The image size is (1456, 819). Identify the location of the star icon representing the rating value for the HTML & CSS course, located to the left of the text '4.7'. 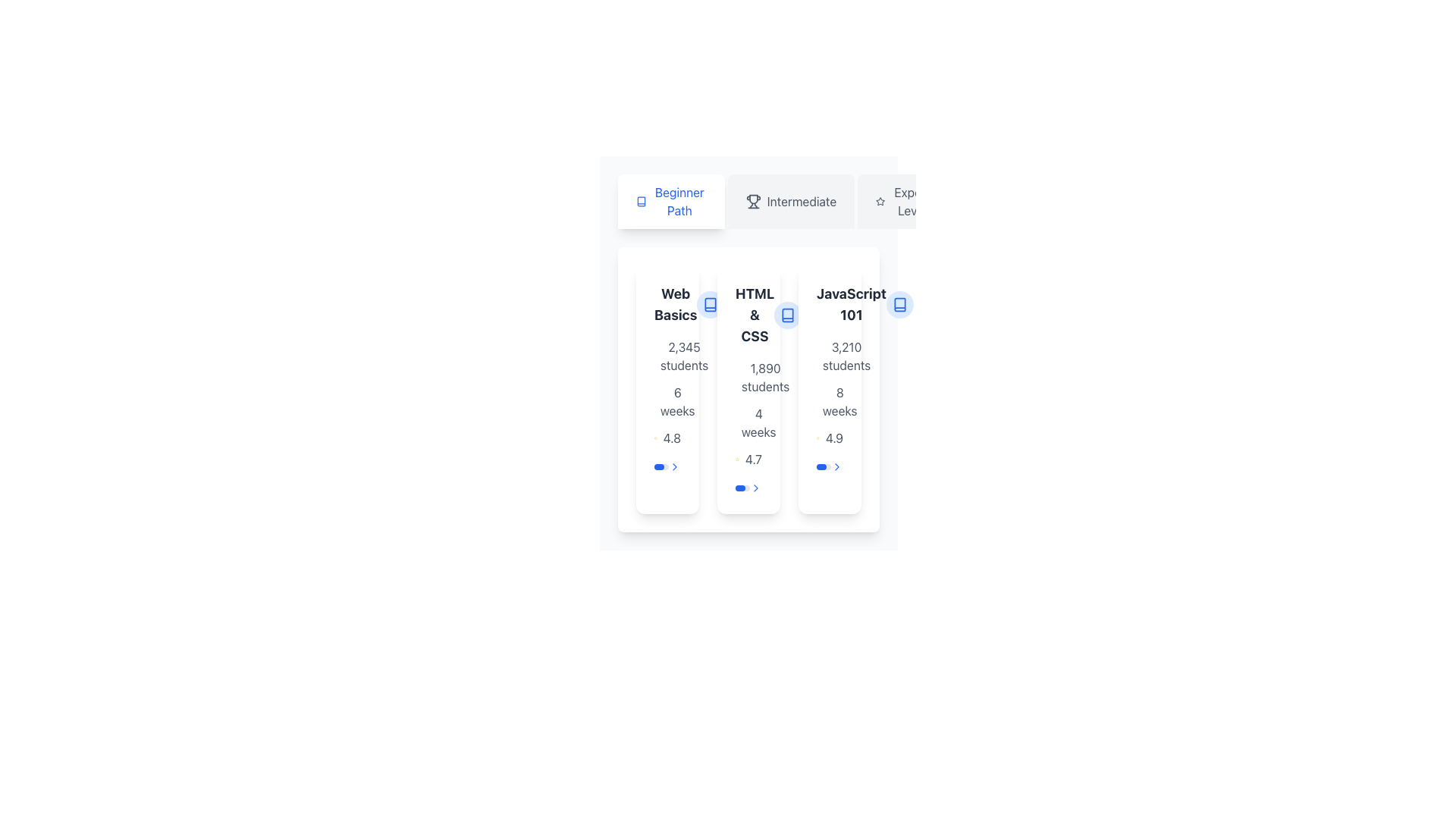
(737, 458).